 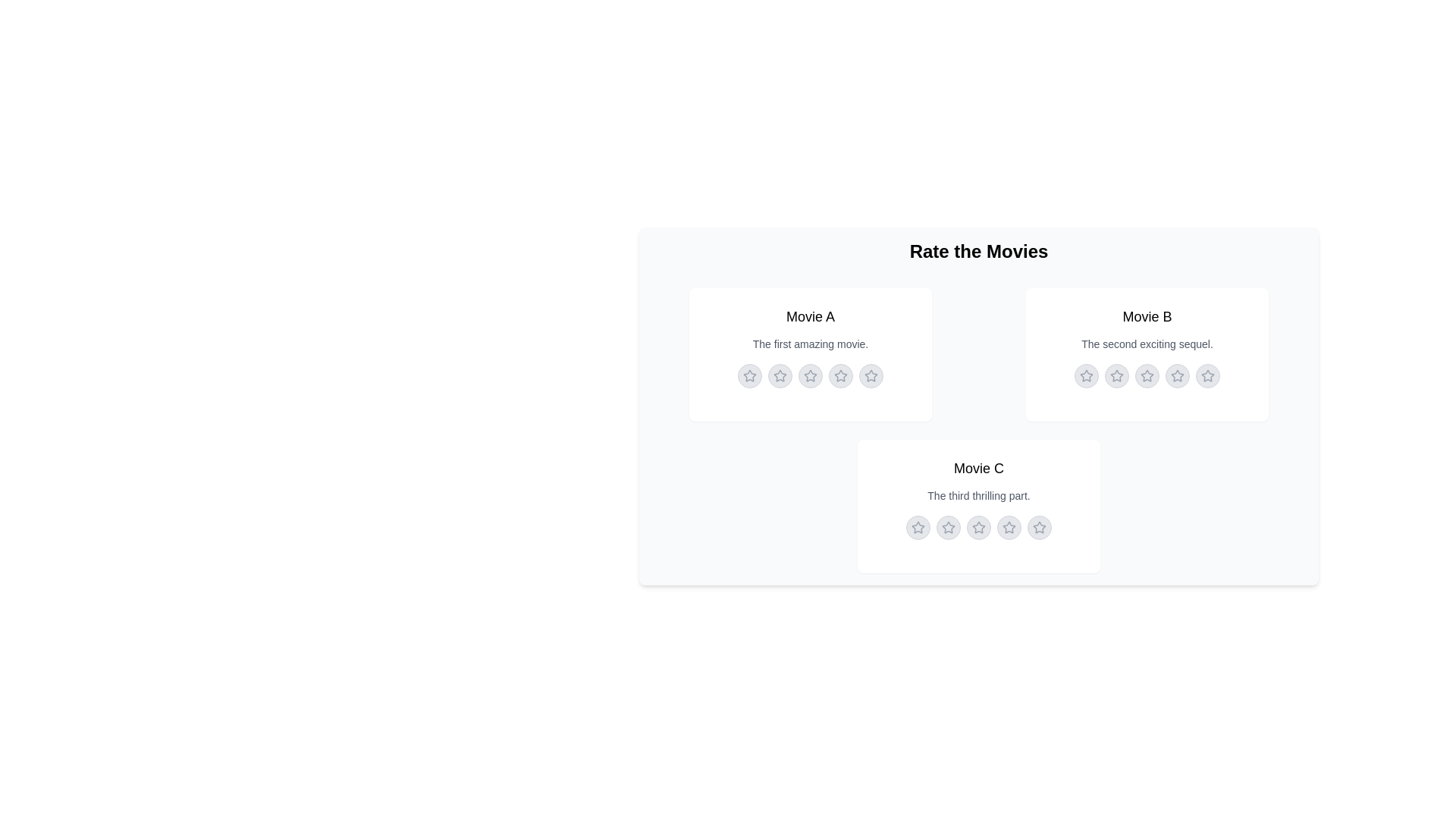 I want to click on the fifth star icon in the rating control for 'Movie C', so click(x=1039, y=526).